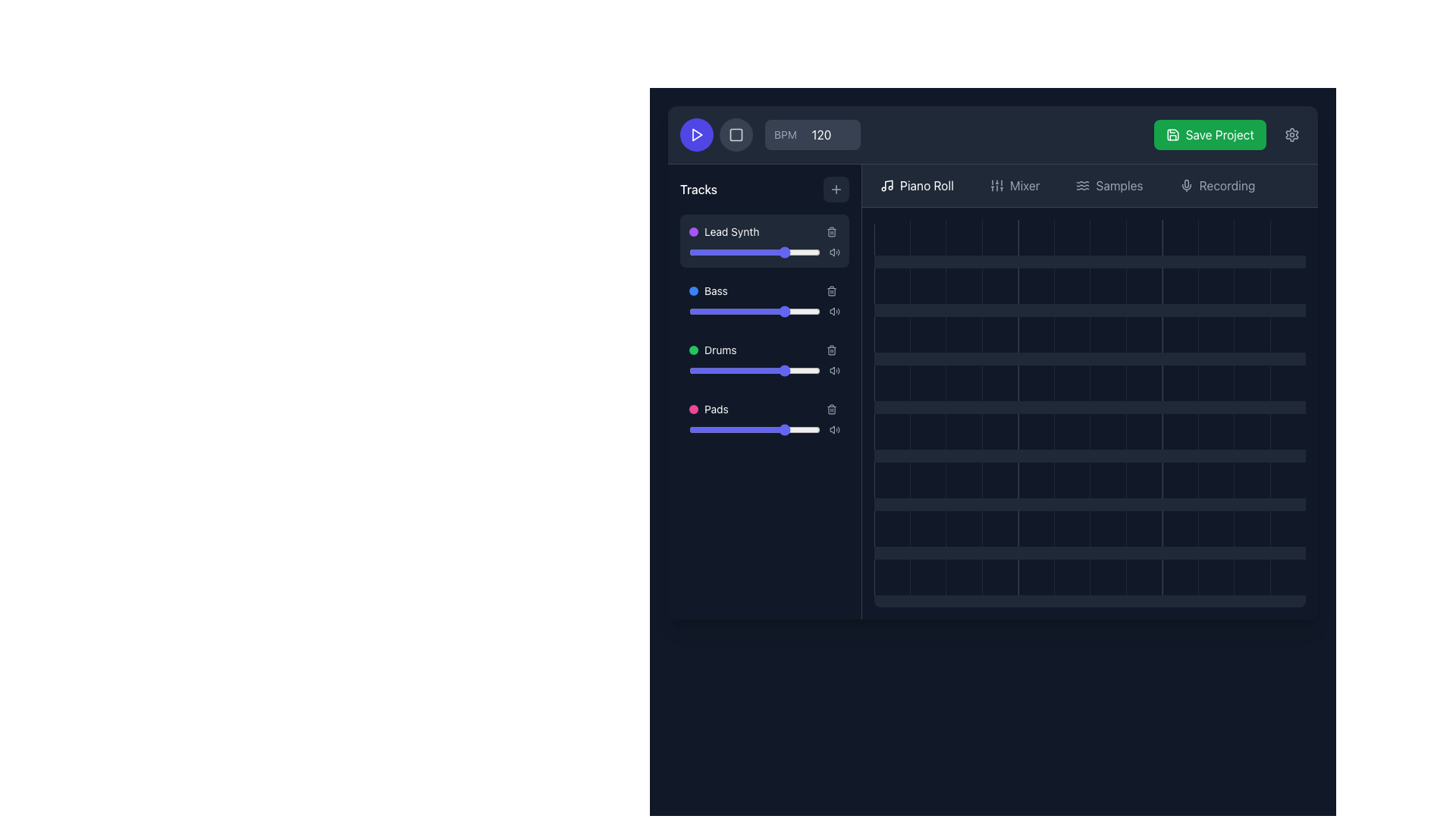 The height and width of the screenshot is (819, 1456). What do you see at coordinates (1185, 185) in the screenshot?
I see `the microphone icon located in the top bar, immediately to the left of the 'Recording' text label, which indicates the recording state` at bounding box center [1185, 185].